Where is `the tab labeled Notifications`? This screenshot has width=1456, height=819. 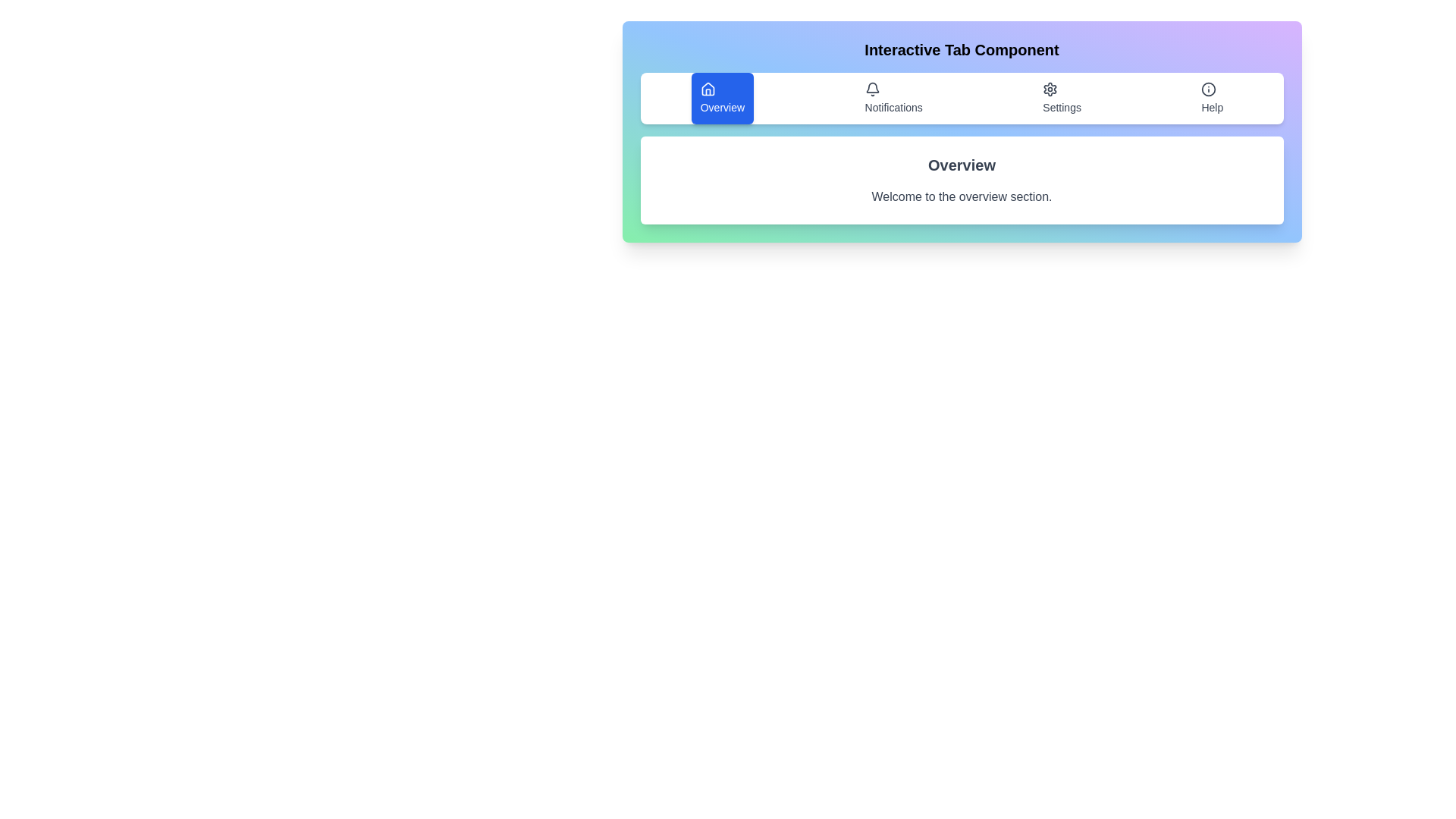 the tab labeled Notifications is located at coordinates (893, 99).